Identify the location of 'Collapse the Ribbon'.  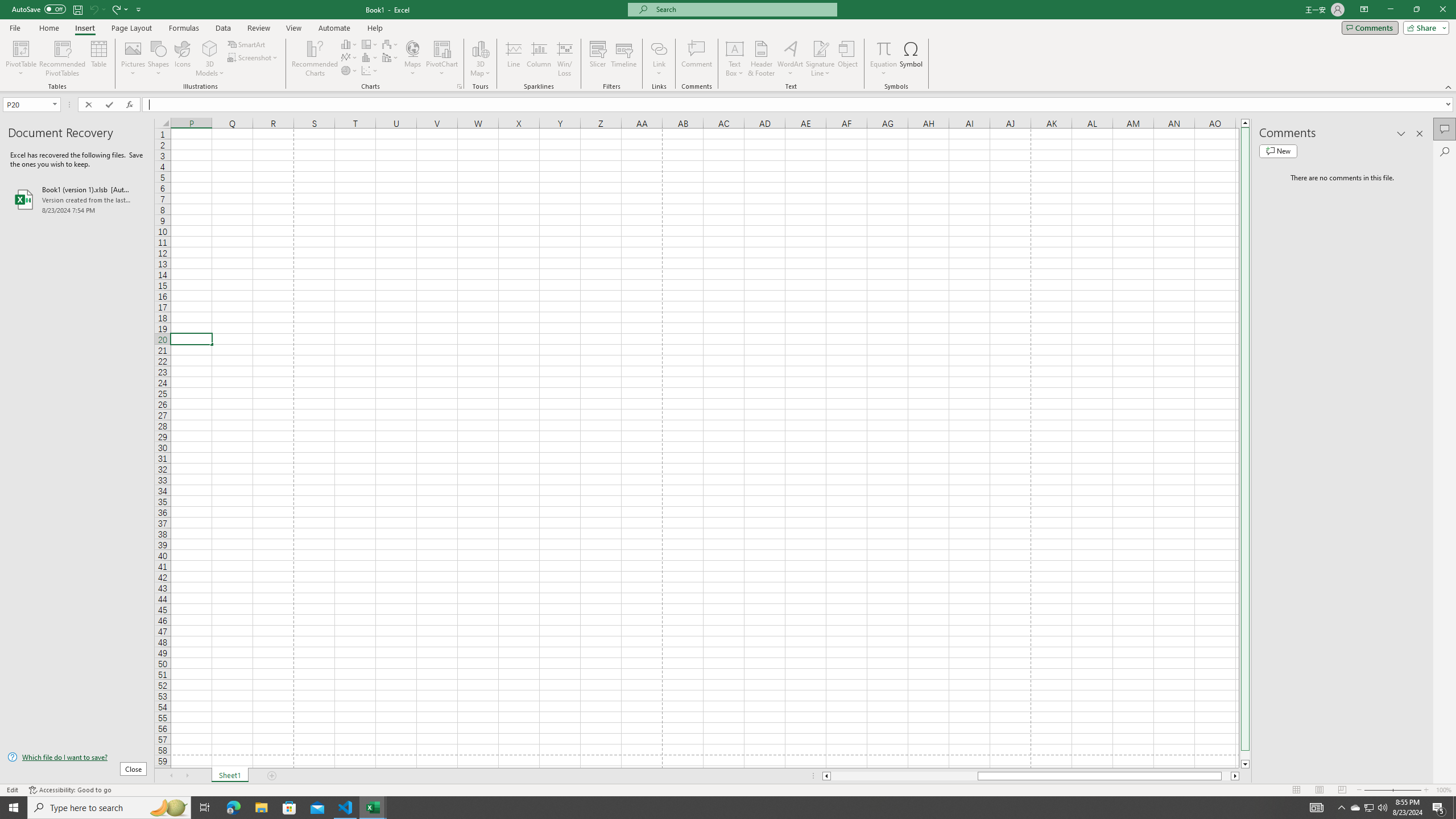
(1449, 87).